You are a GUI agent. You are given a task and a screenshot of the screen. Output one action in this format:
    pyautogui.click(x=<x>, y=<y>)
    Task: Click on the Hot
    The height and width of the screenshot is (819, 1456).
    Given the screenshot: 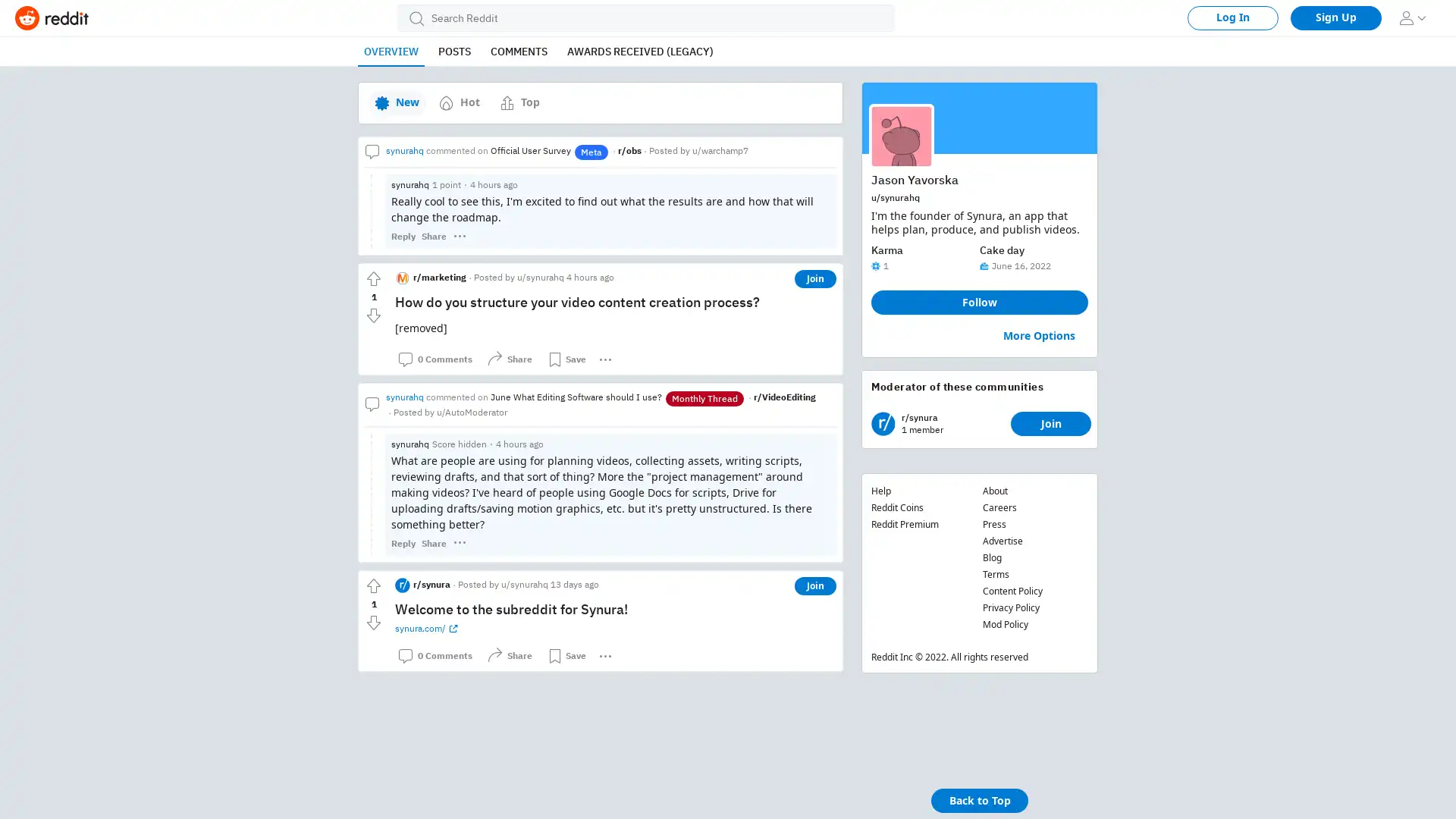 What is the action you would take?
    pyautogui.click(x=458, y=102)
    